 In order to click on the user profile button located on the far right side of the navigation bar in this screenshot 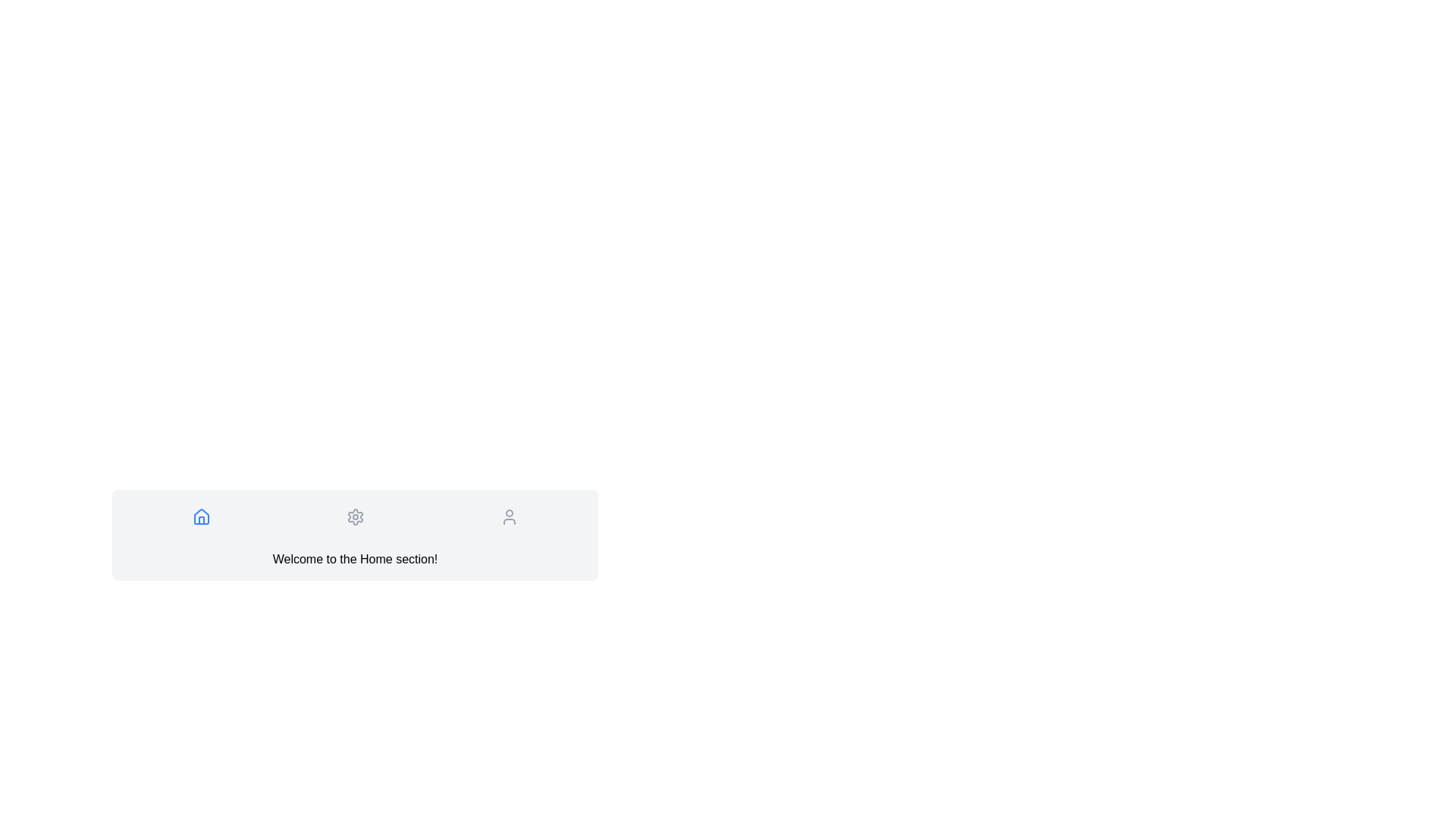, I will do `click(509, 516)`.